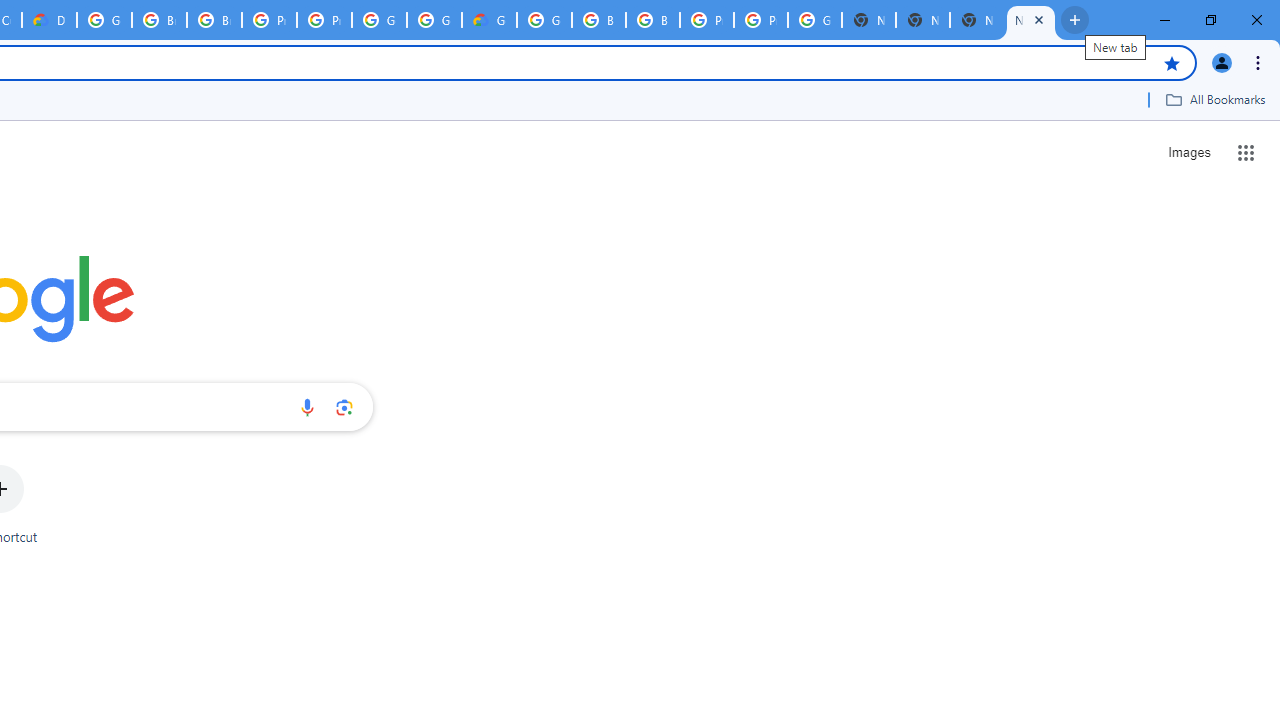  Describe the element at coordinates (1031, 20) in the screenshot. I see `'New Tab'` at that location.